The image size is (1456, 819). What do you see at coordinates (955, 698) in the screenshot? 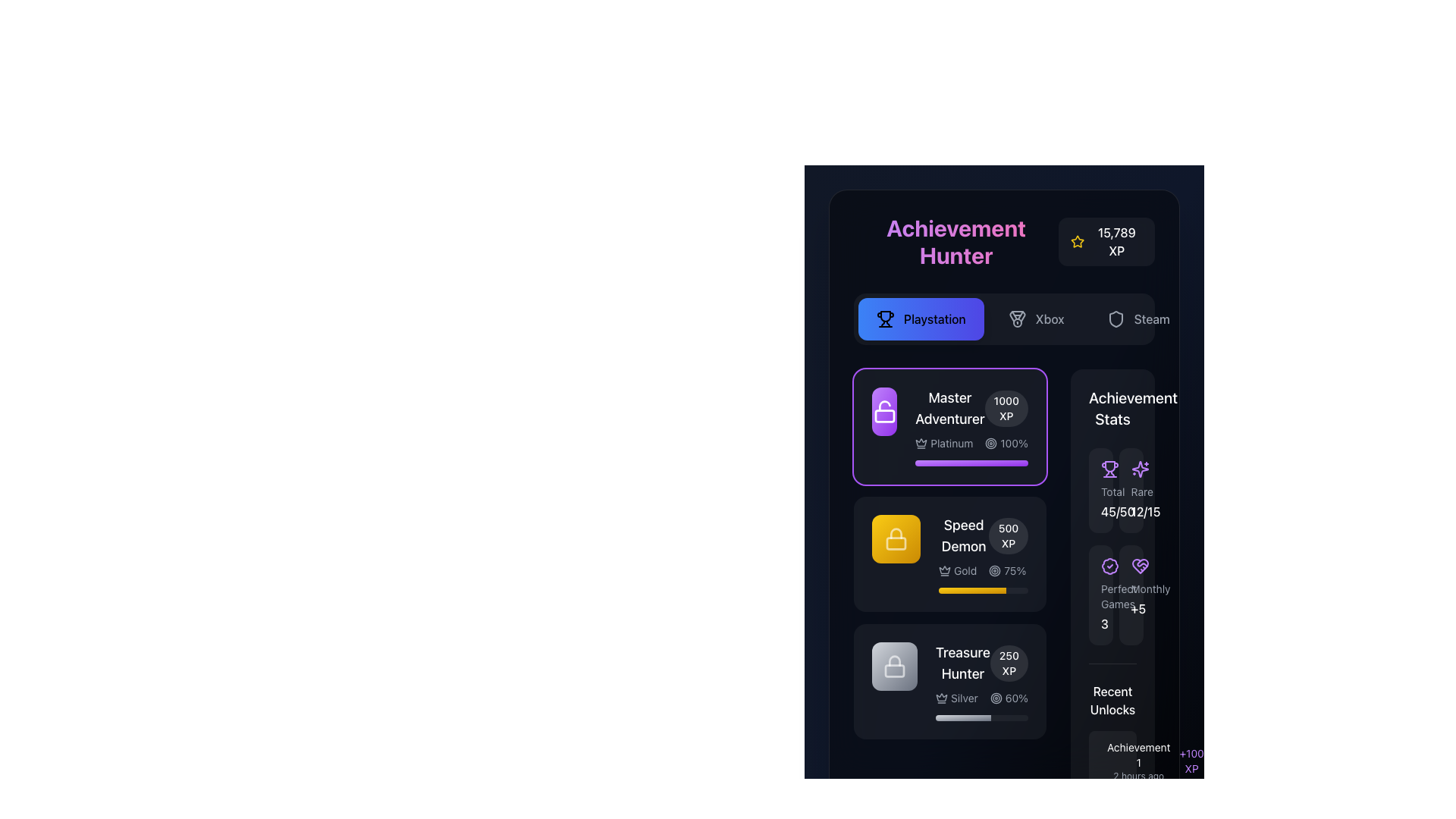
I see `the 'Silver' label in the 'Treasure Hunter' section, which indicates the achievement tier and is located to the right of the crown icon` at bounding box center [955, 698].